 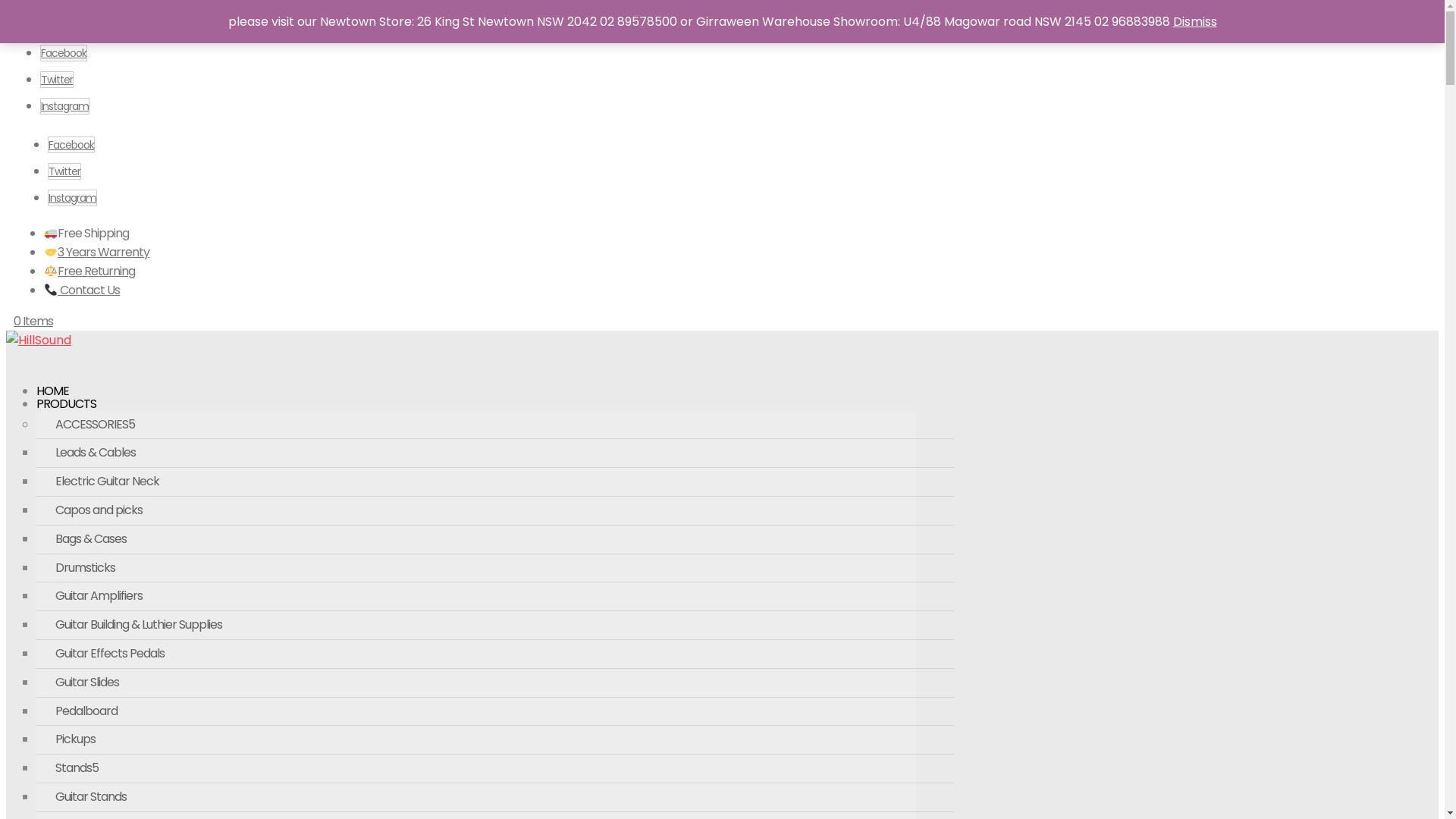 I want to click on 'HOME', so click(x=52, y=402).